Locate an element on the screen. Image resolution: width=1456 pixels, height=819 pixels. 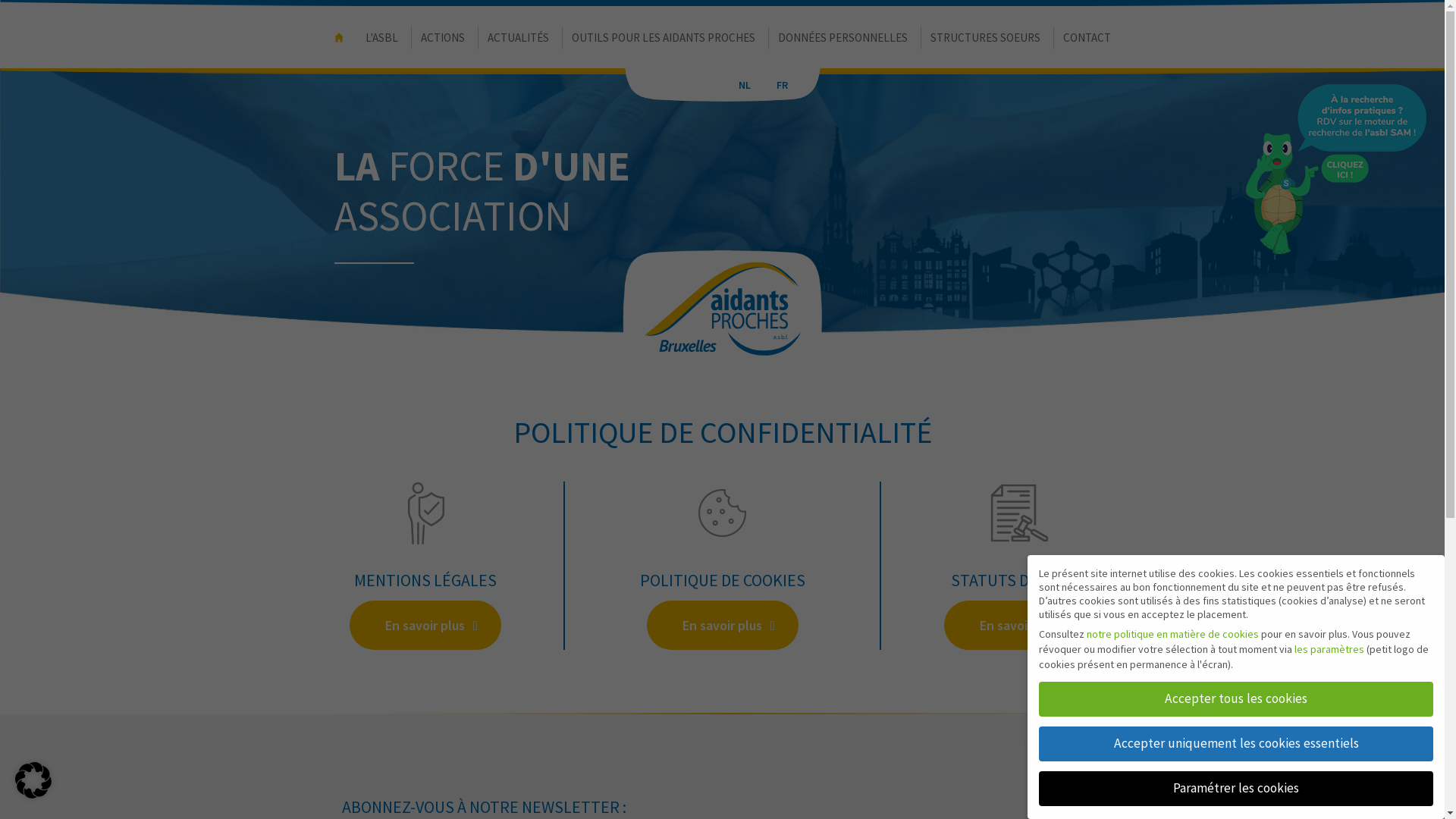
'L'ASBL' is located at coordinates (381, 34).